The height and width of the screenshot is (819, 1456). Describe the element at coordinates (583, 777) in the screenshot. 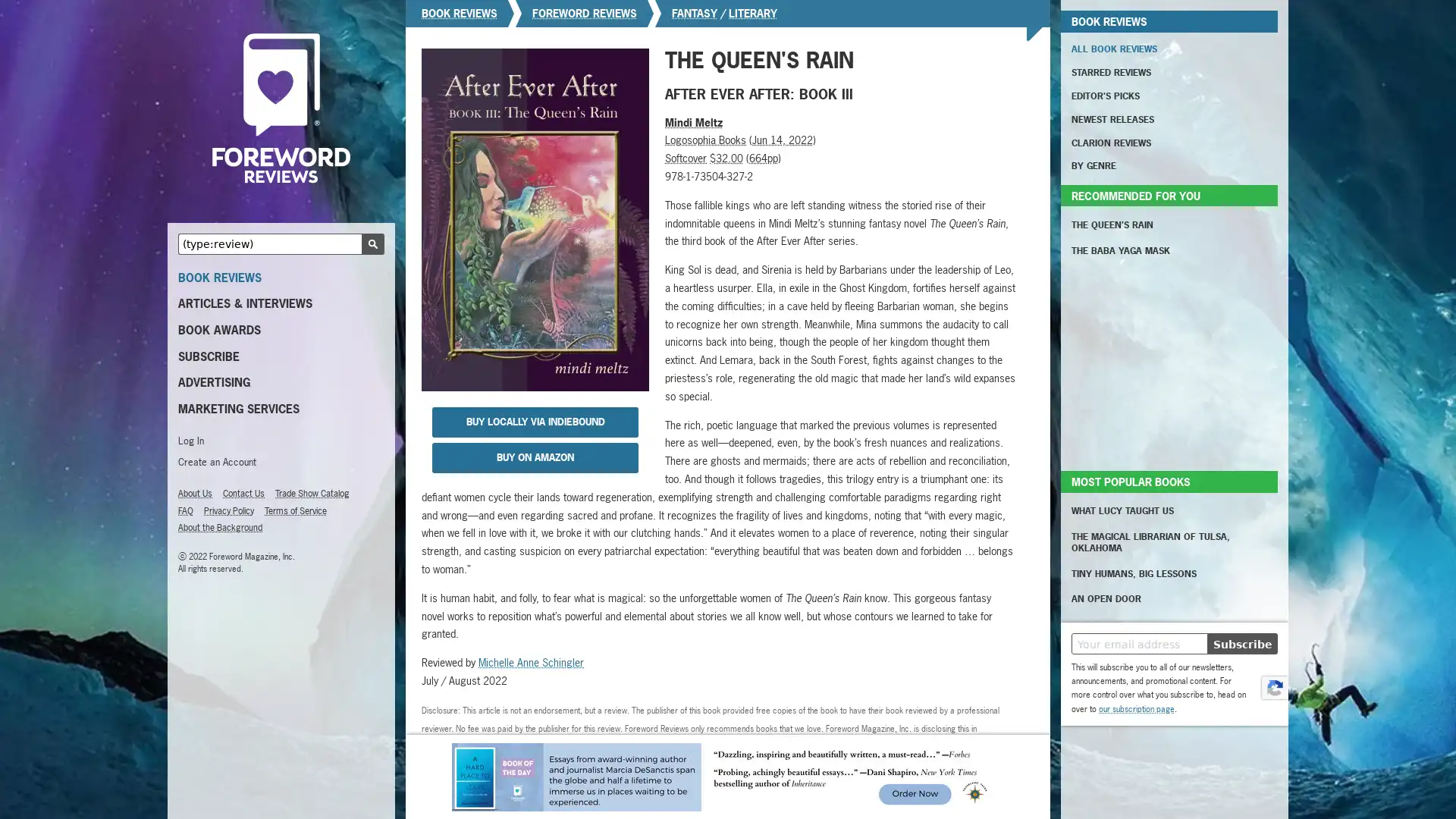

I see `Copy URL` at that location.